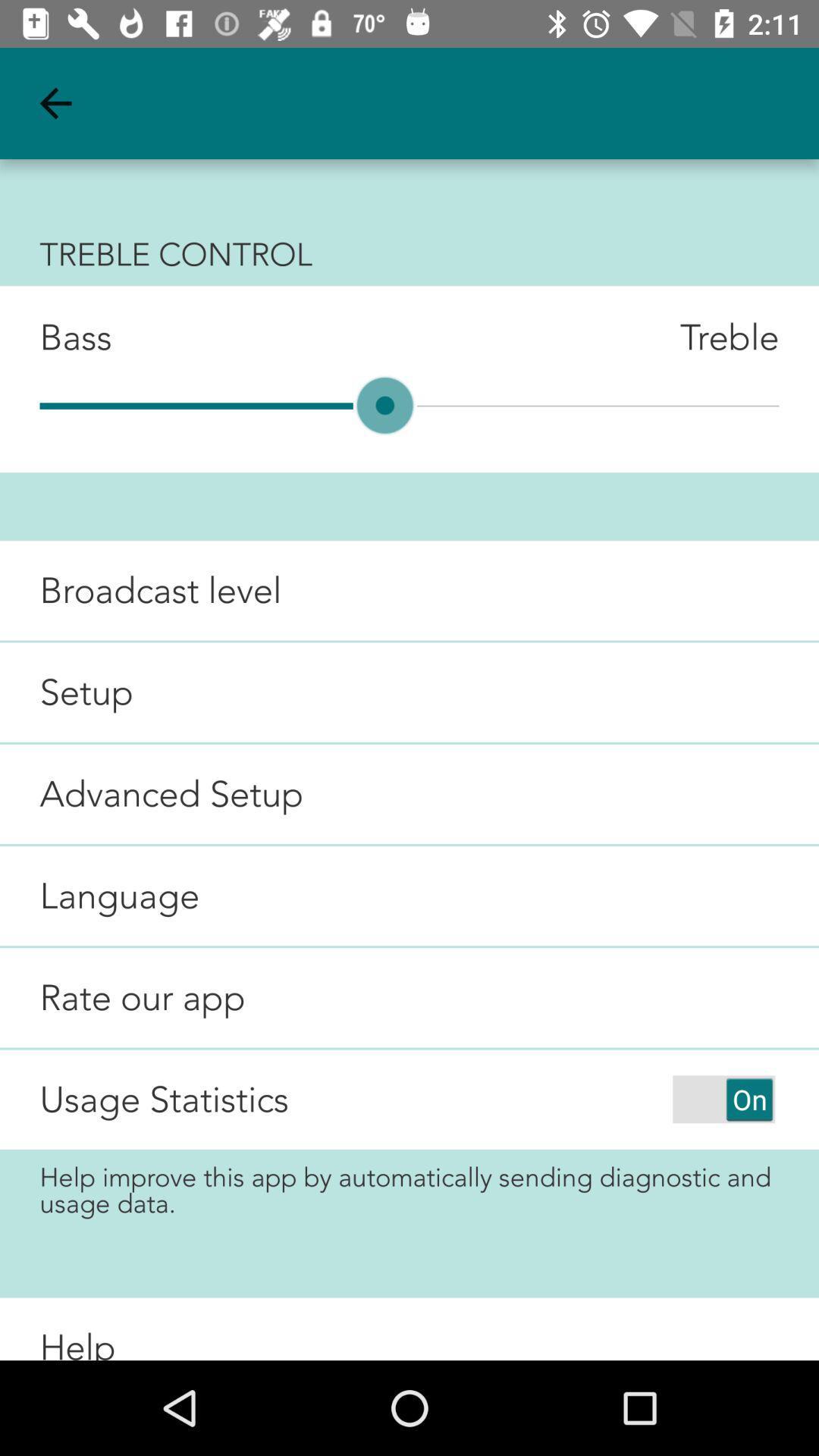  Describe the element at coordinates (140, 589) in the screenshot. I see `the broadcast level item` at that location.